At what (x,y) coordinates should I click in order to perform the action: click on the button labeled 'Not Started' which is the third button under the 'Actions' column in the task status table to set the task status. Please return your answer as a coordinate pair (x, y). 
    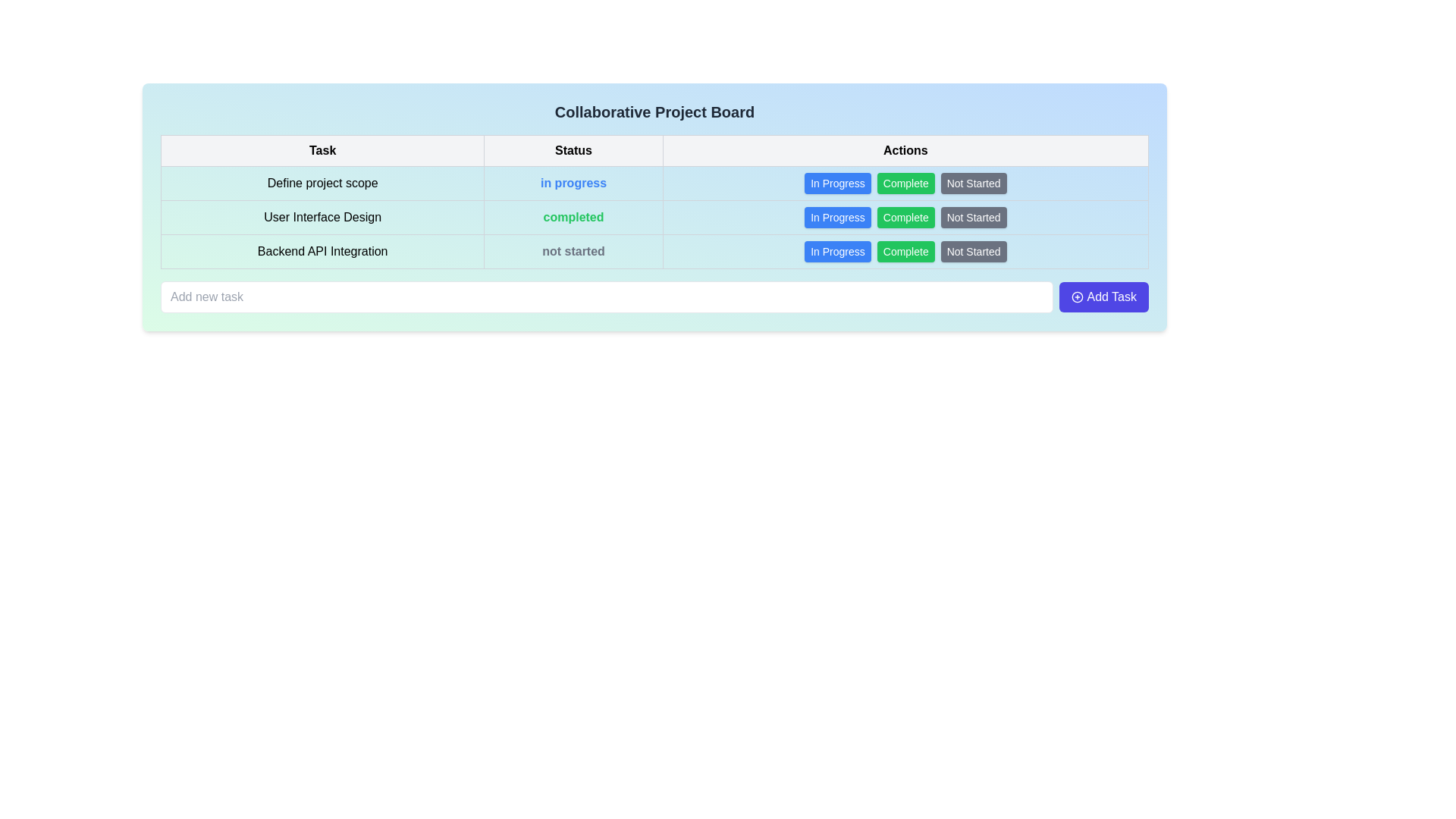
    Looking at the image, I should click on (974, 217).